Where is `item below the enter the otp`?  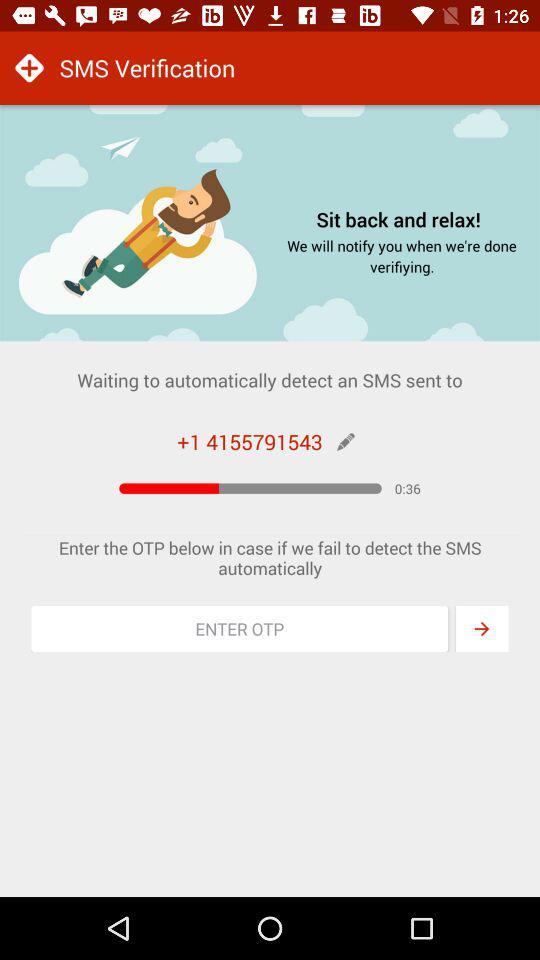 item below the enter the otp is located at coordinates (239, 628).